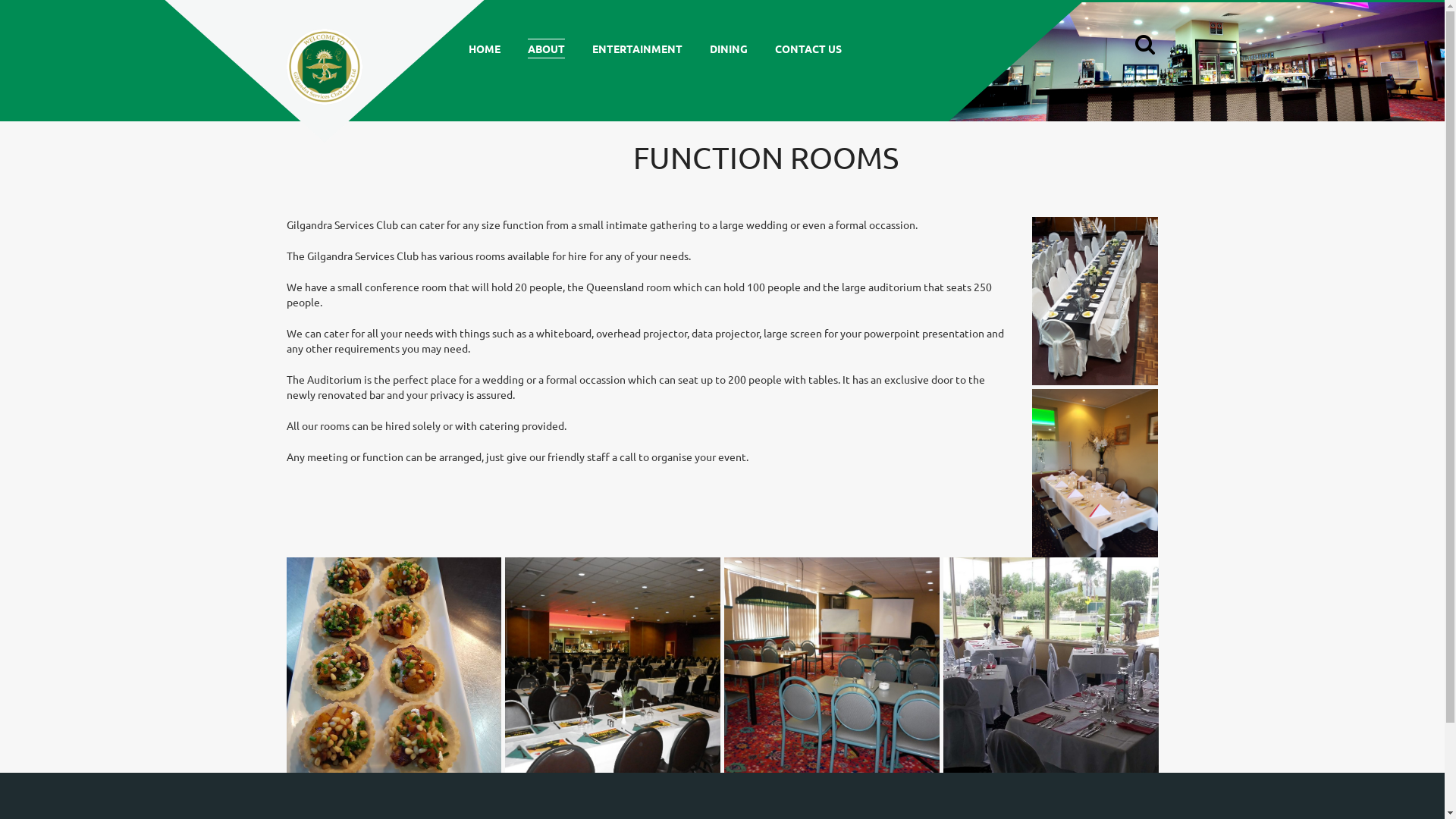  What do you see at coordinates (831, 664) in the screenshot?
I see `'p1000580'` at bounding box center [831, 664].